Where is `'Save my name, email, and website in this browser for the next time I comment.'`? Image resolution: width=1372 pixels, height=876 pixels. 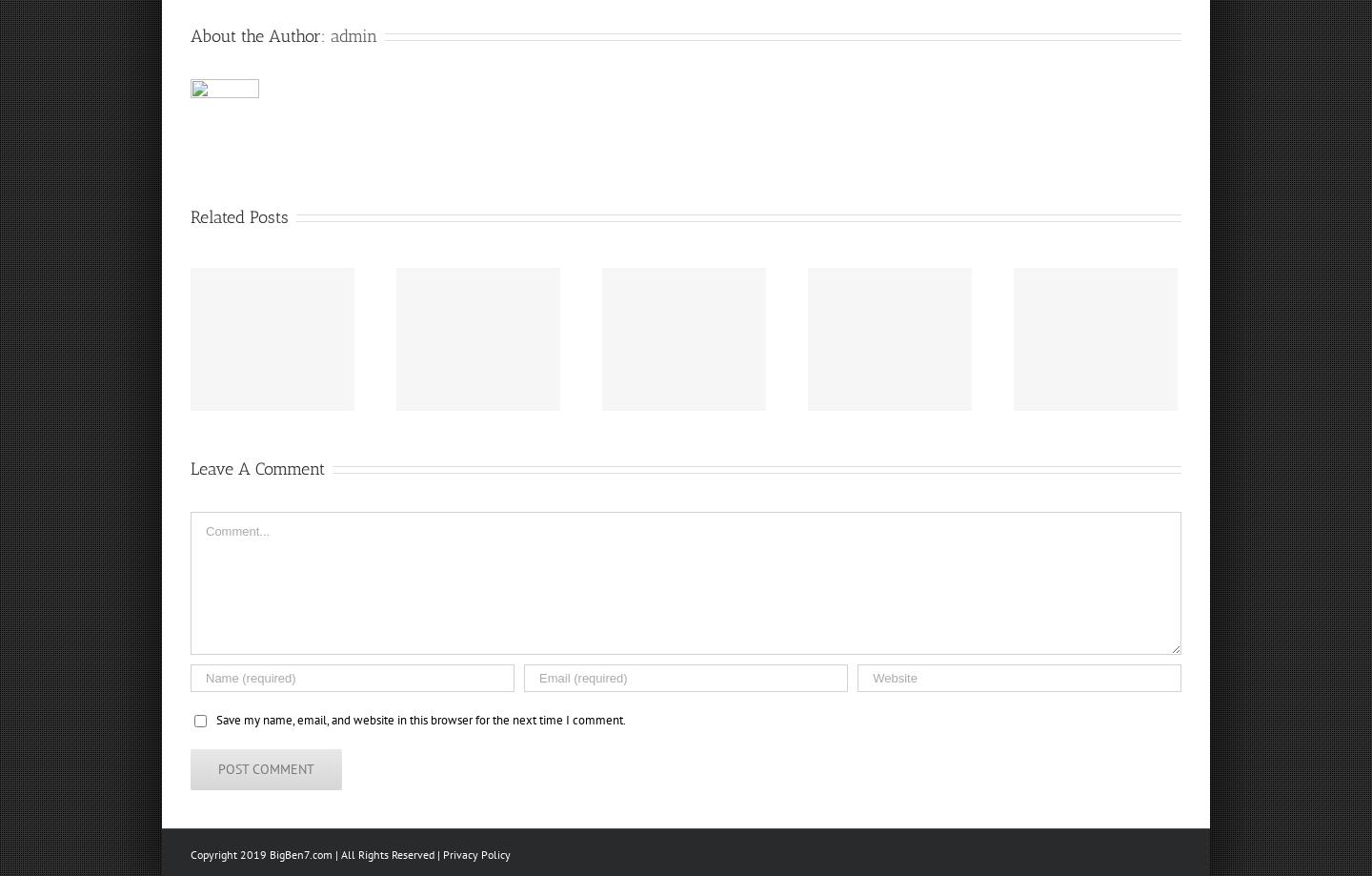 'Save my name, email, and website in this browser for the next time I comment.' is located at coordinates (420, 719).